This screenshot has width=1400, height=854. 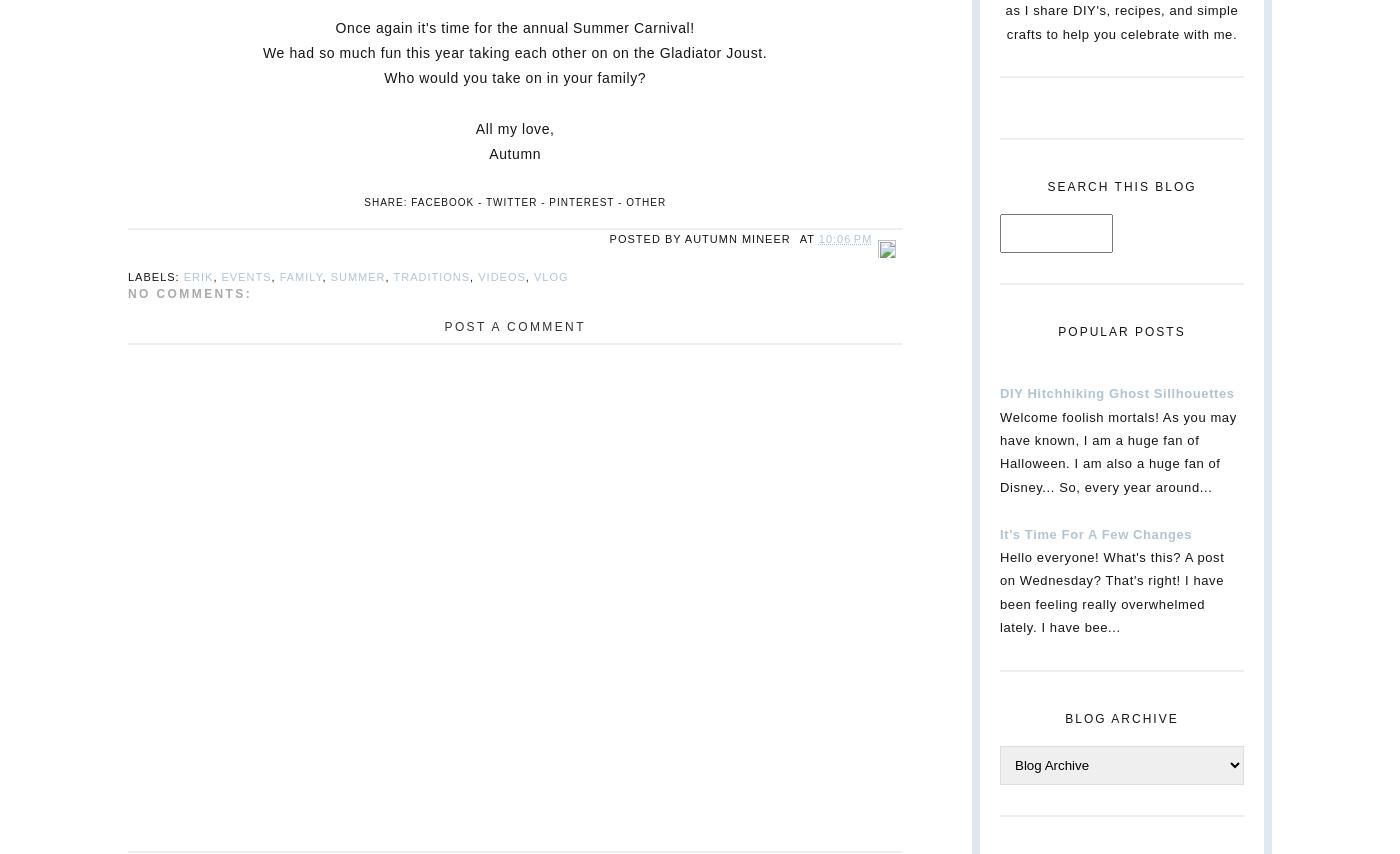 I want to click on 'No comments:', so click(x=127, y=293).